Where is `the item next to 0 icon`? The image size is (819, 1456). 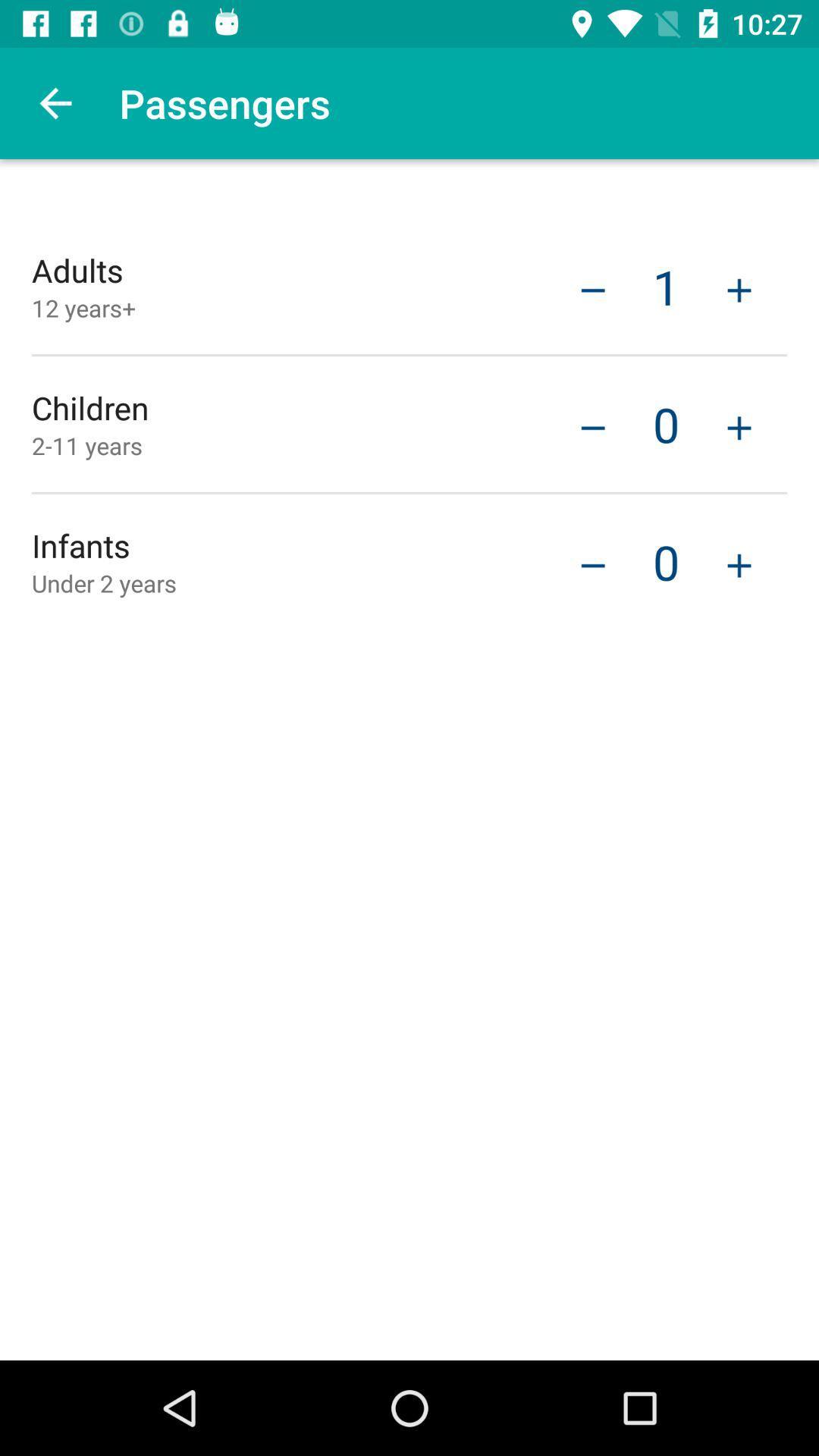 the item next to 0 icon is located at coordinates (739, 563).